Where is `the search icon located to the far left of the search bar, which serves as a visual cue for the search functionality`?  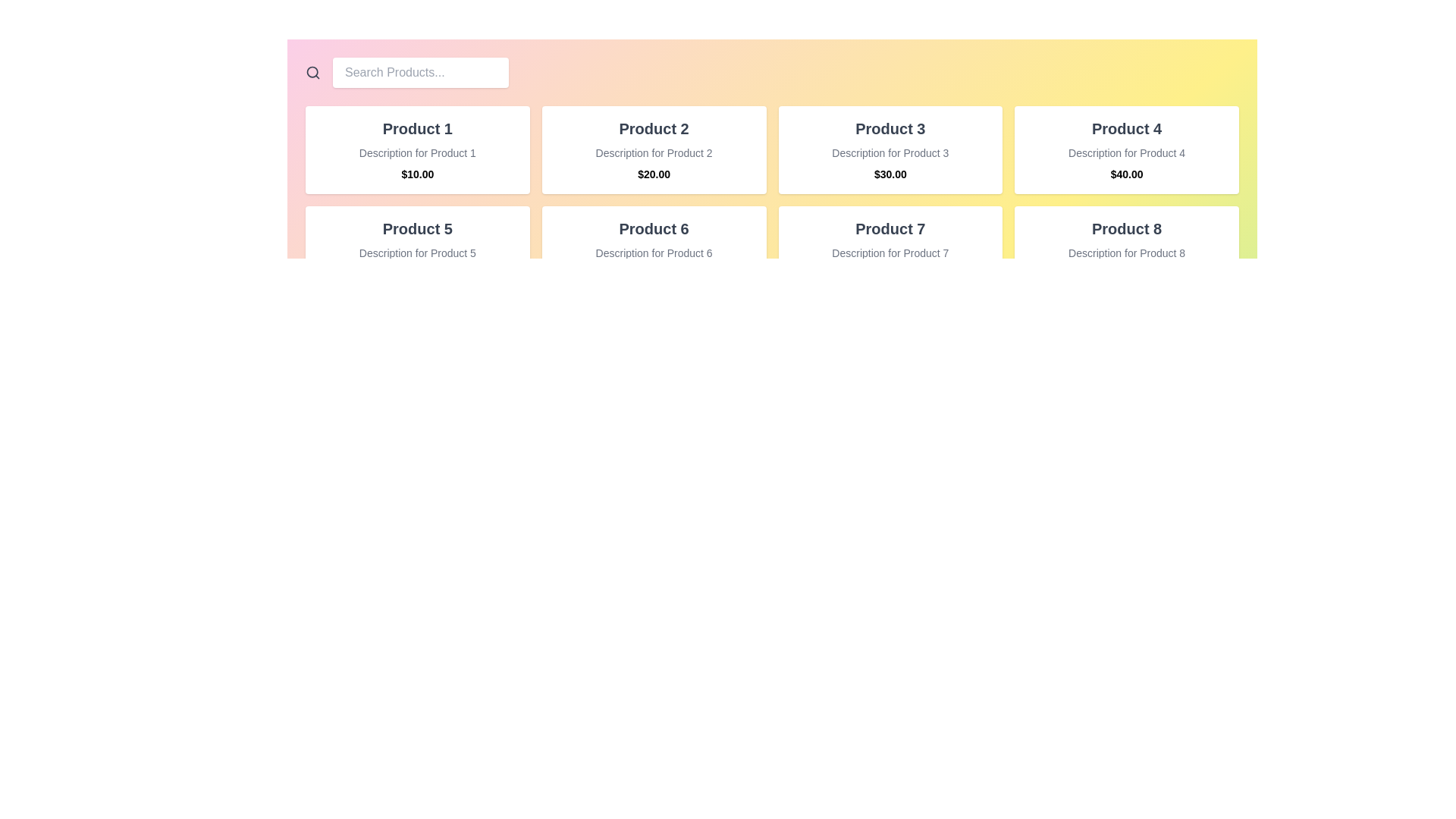
the search icon located to the far left of the search bar, which serves as a visual cue for the search functionality is located at coordinates (312, 73).